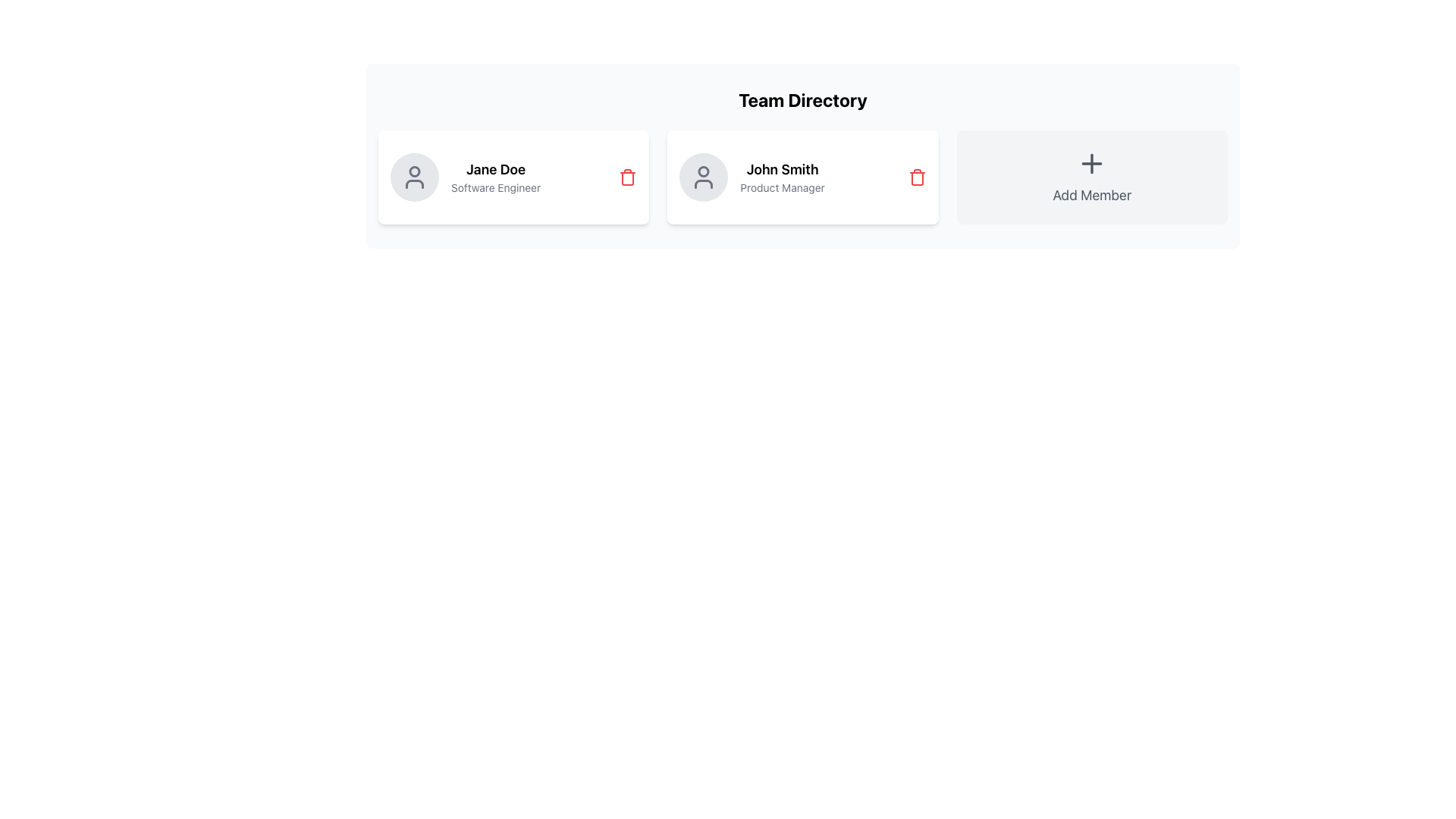  I want to click on the Text Label that serves as the title for the team member directory section, positioned centrally above other elements, so click(802, 99).